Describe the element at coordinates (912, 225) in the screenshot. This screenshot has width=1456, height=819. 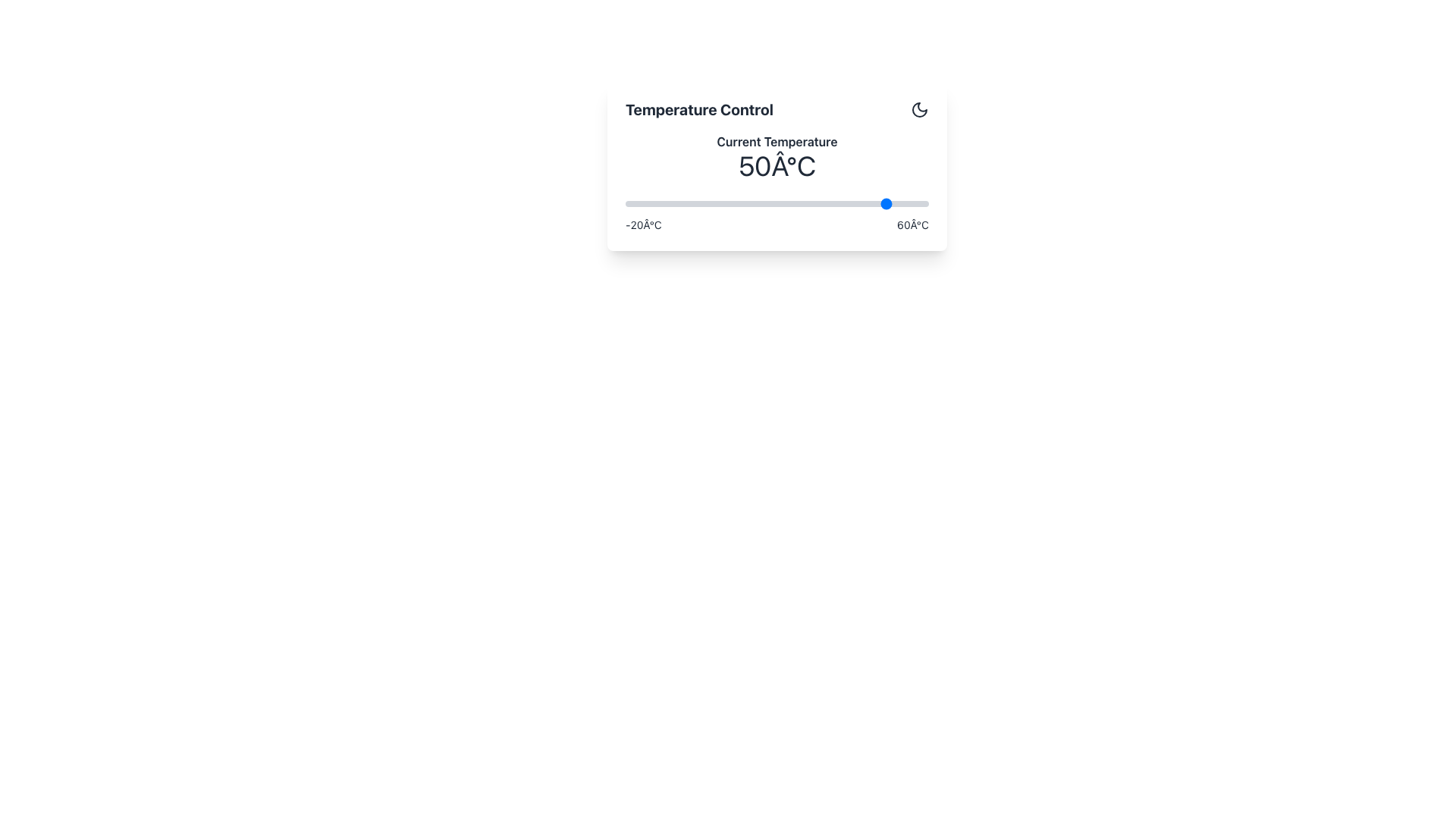
I see `displayed text '60°C' from the text label on the far right side of the temperature range bar` at that location.